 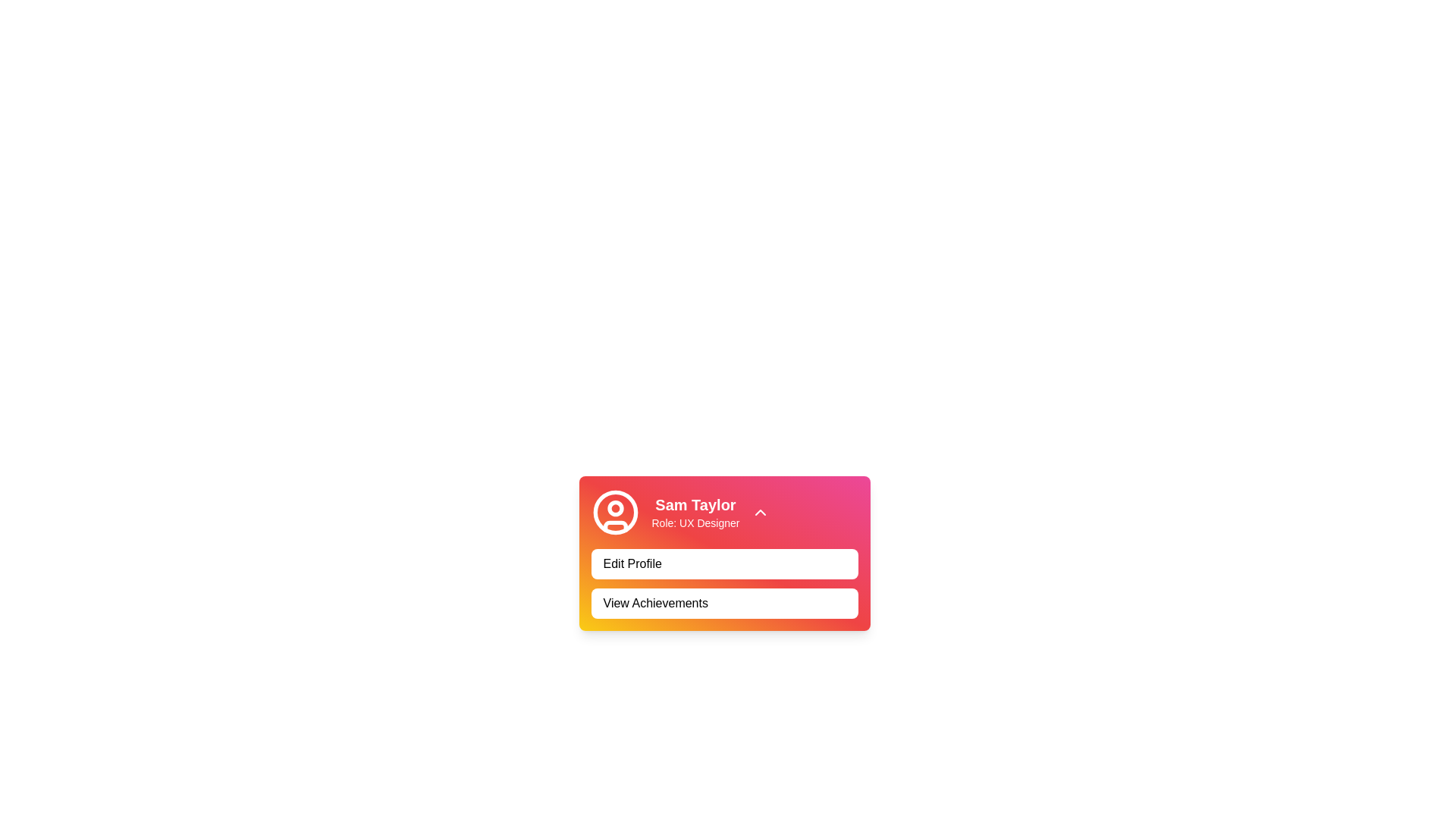 I want to click on the text block containing the header 'Sam Taylor' and the subheader 'Role: UX Designer', which features white text on a gradient background in a card layout, so click(x=695, y=512).